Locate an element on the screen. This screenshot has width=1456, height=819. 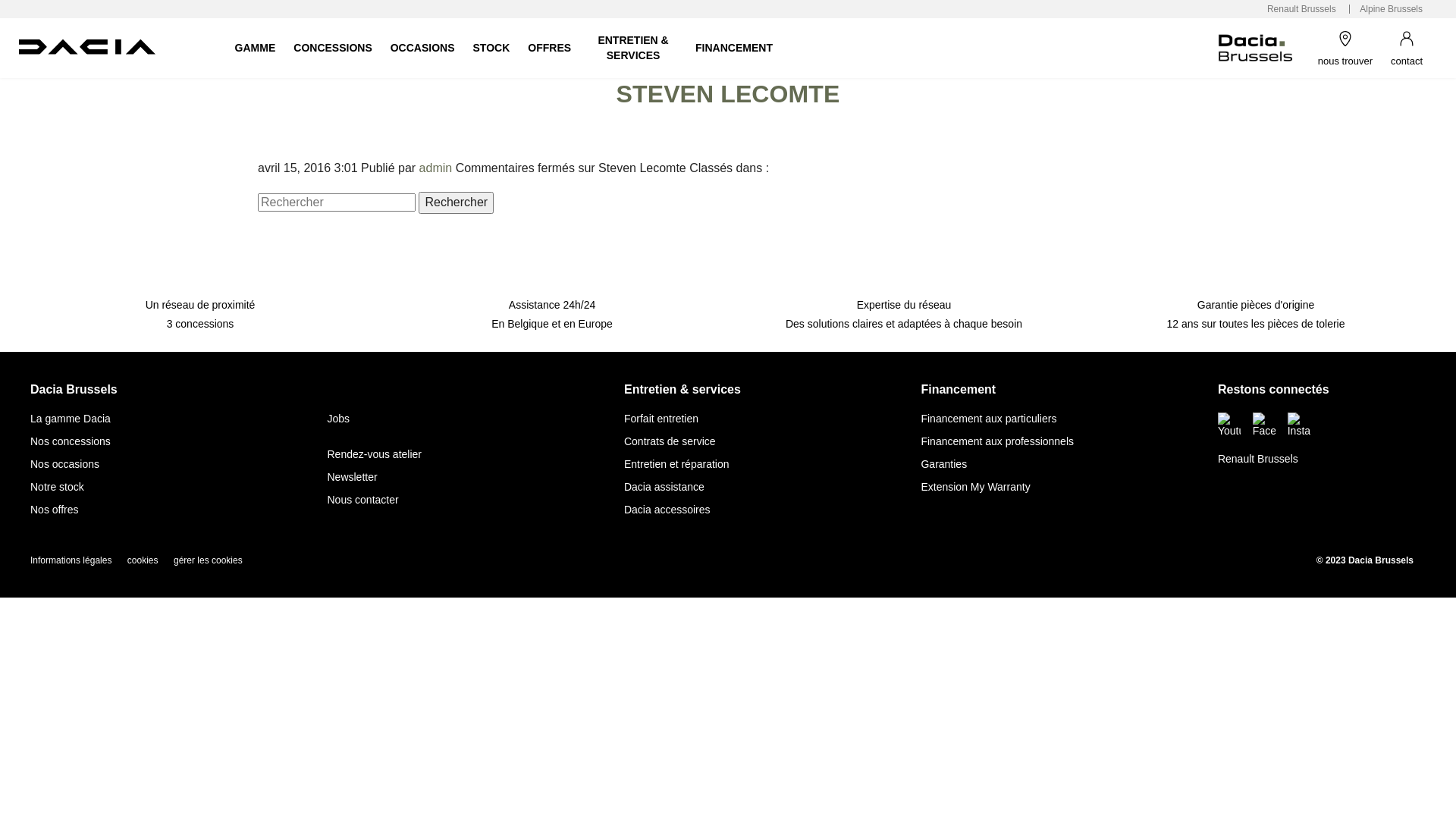
'Rechercher' is located at coordinates (455, 201).